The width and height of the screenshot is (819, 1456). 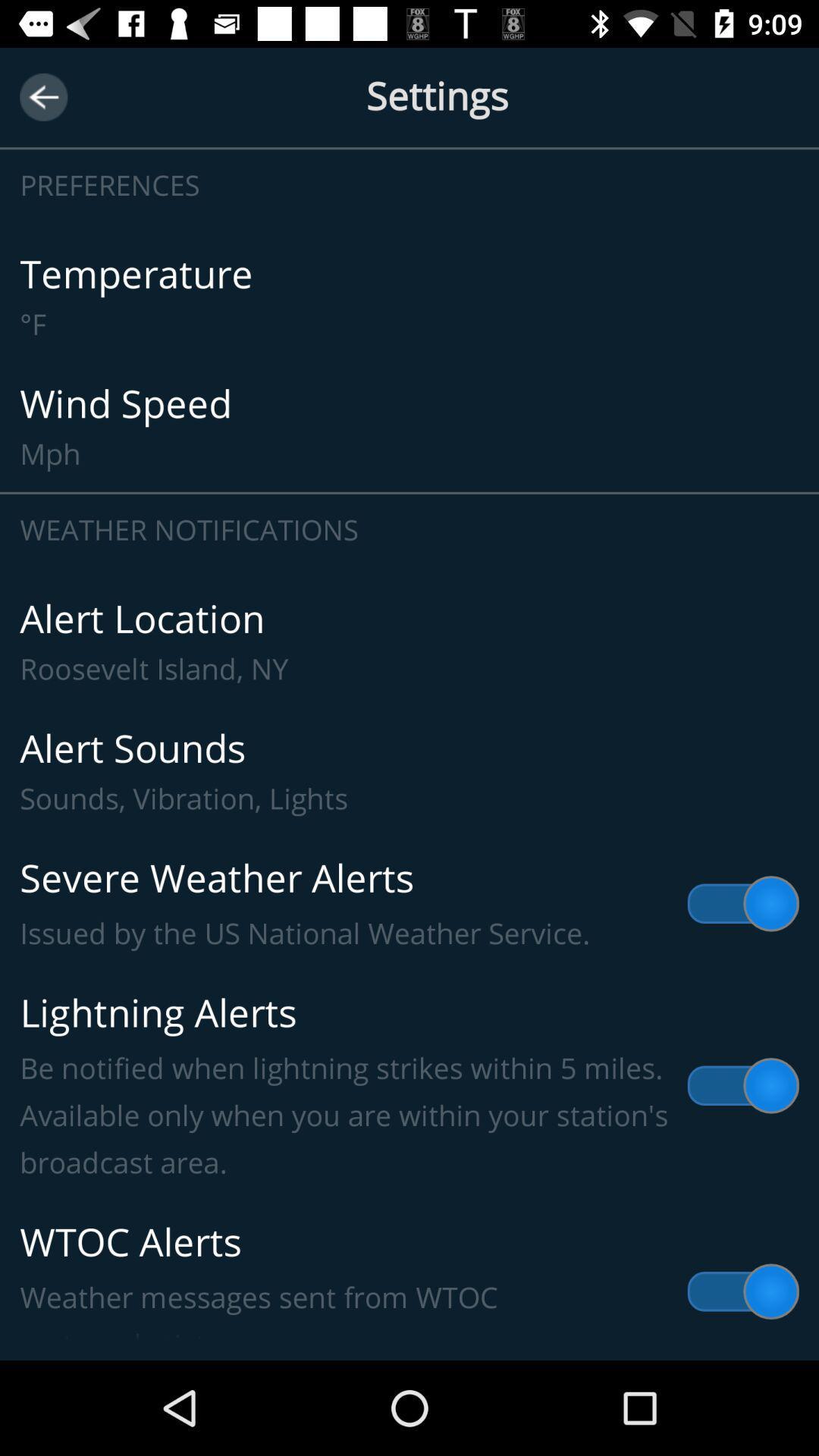 What do you see at coordinates (409, 1085) in the screenshot?
I see `the icon above wtoc alerts weather` at bounding box center [409, 1085].